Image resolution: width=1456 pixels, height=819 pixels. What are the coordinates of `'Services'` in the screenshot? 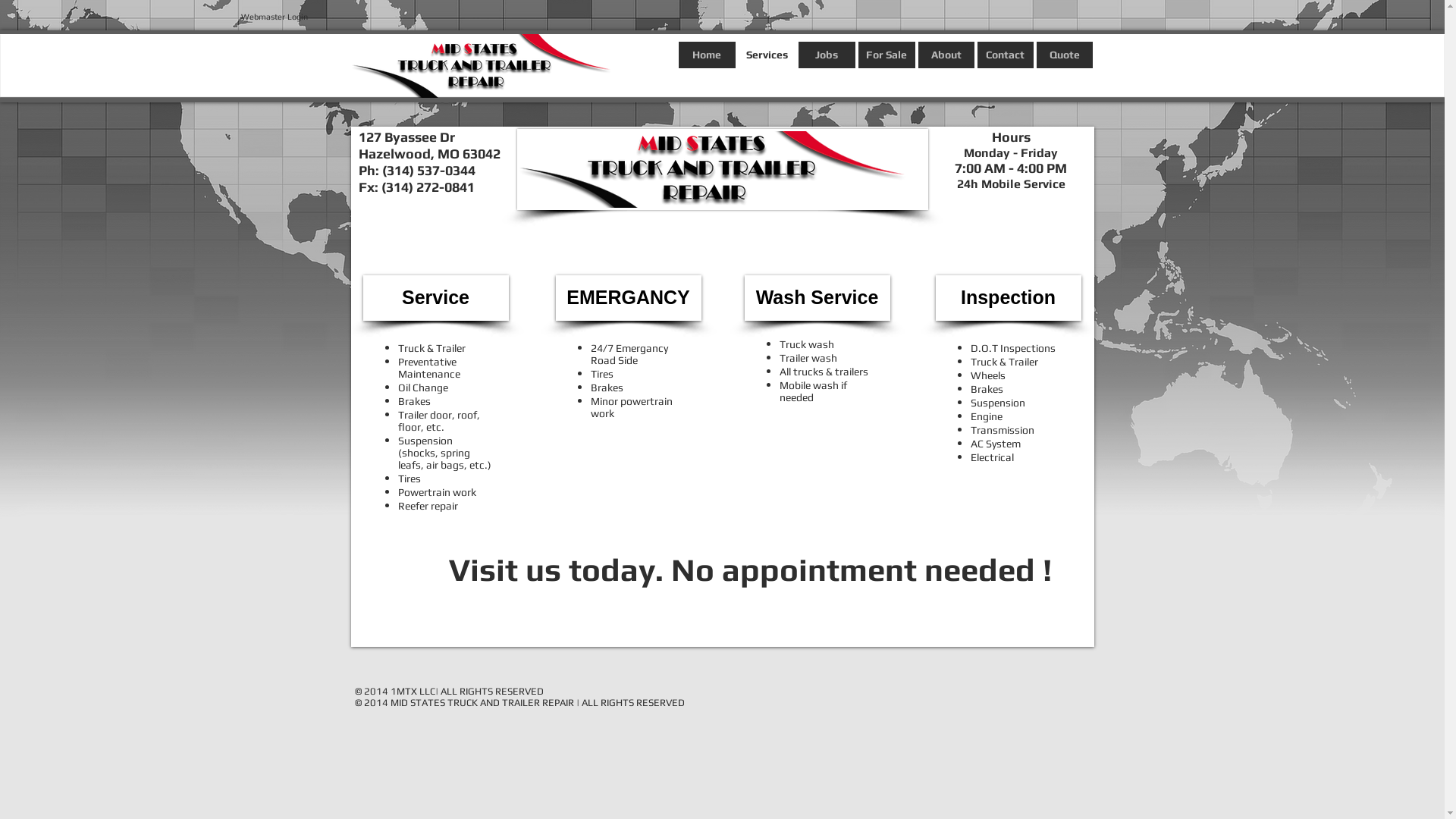 It's located at (739, 54).